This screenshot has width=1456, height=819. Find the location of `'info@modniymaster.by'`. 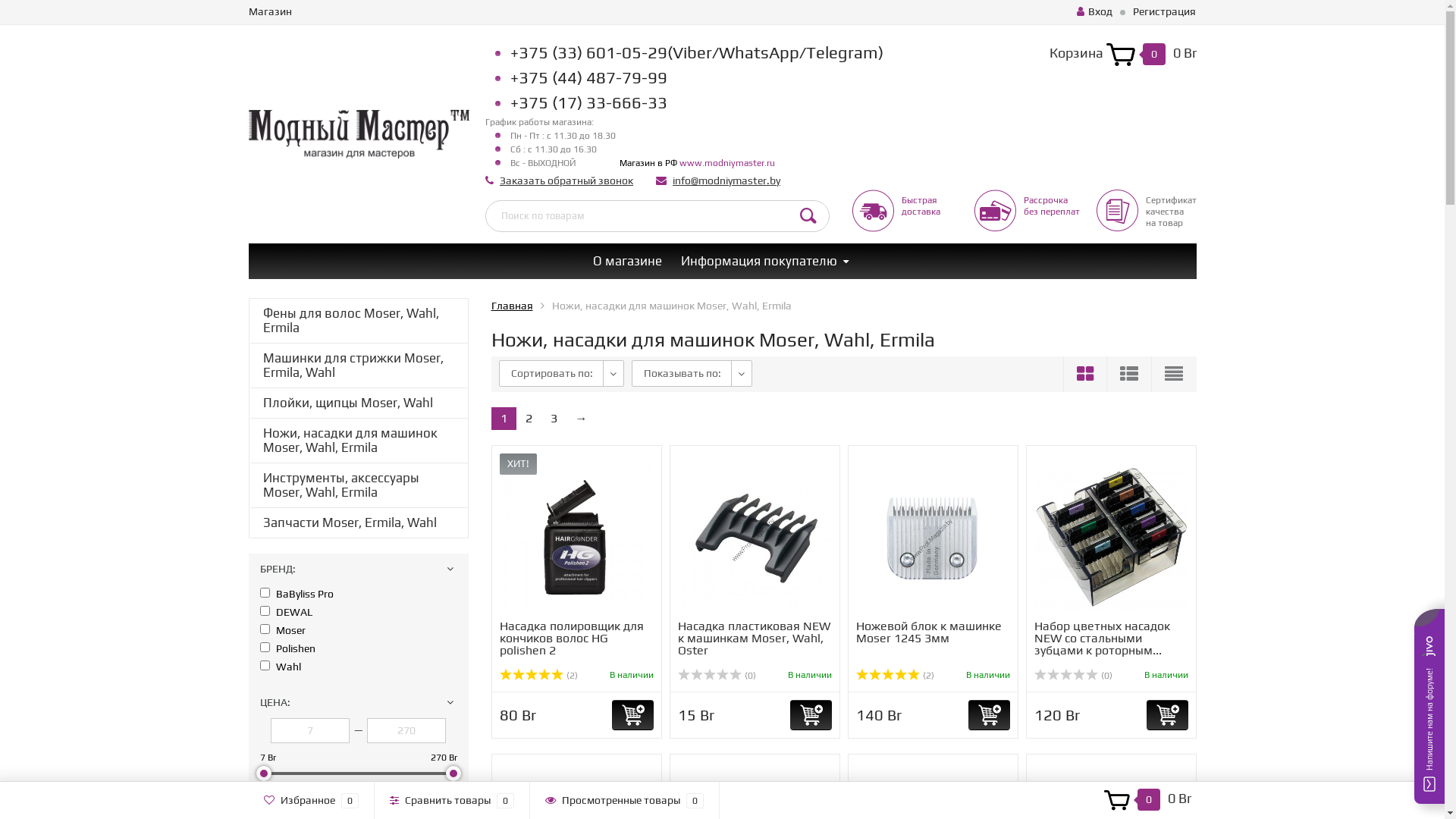

'info@modniymaster.by' is located at coordinates (726, 180).